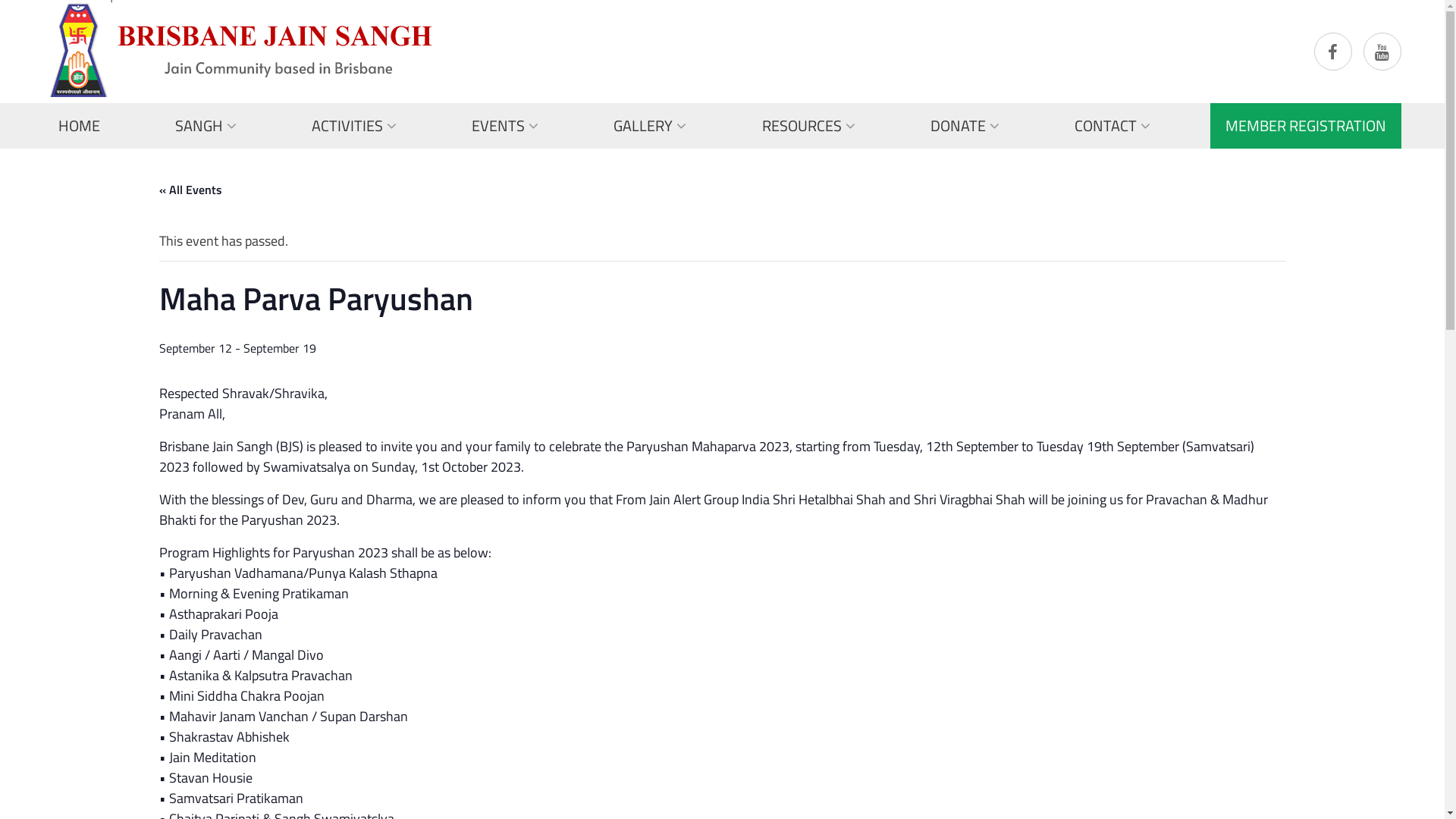  Describe the element at coordinates (1305, 124) in the screenshot. I see `'MEMBER REGISTRATION'` at that location.